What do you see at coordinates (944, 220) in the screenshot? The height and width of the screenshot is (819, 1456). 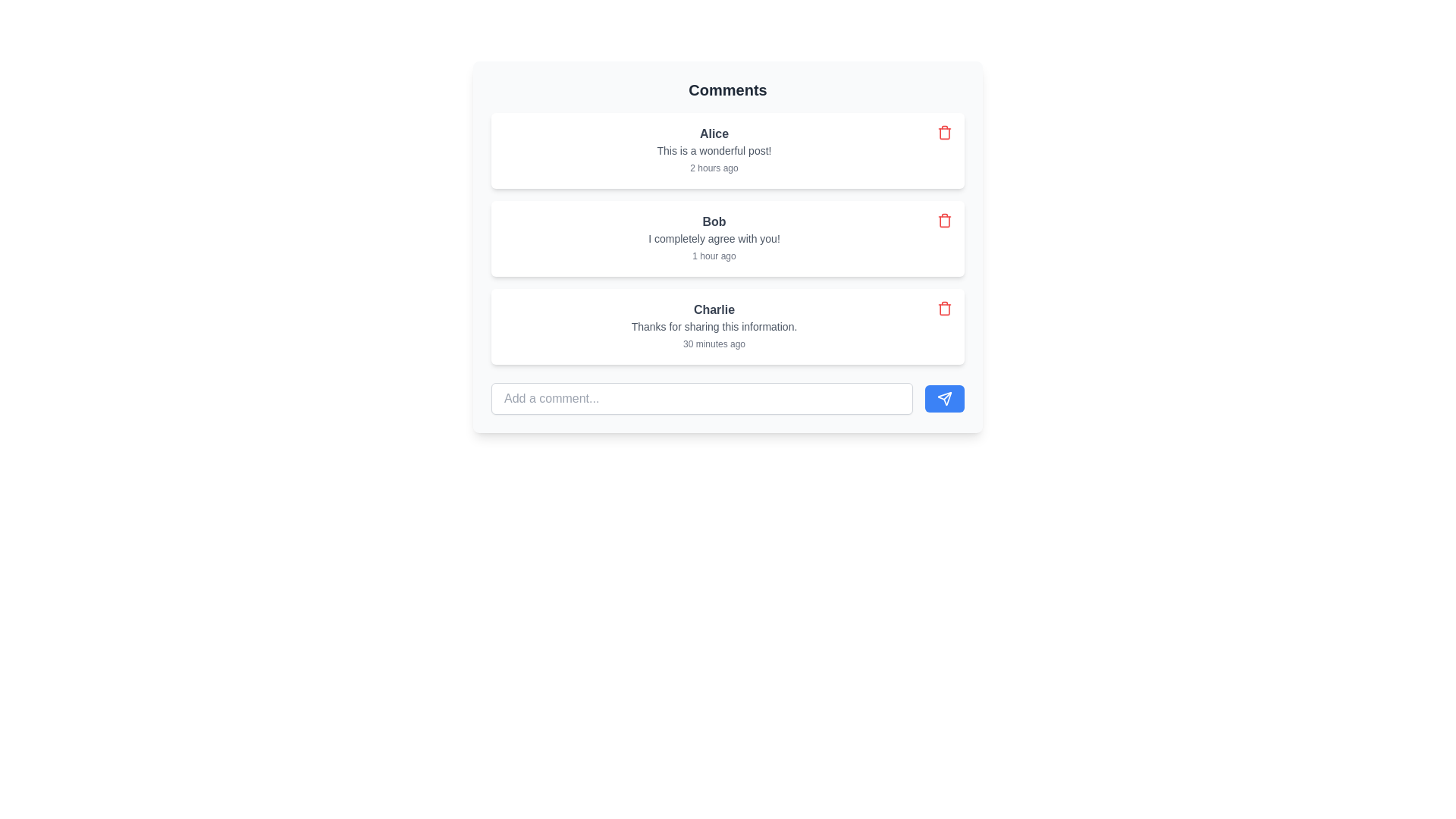 I see `the trash icon button on the right end of the comment box associated with user 'Bob'` at bounding box center [944, 220].